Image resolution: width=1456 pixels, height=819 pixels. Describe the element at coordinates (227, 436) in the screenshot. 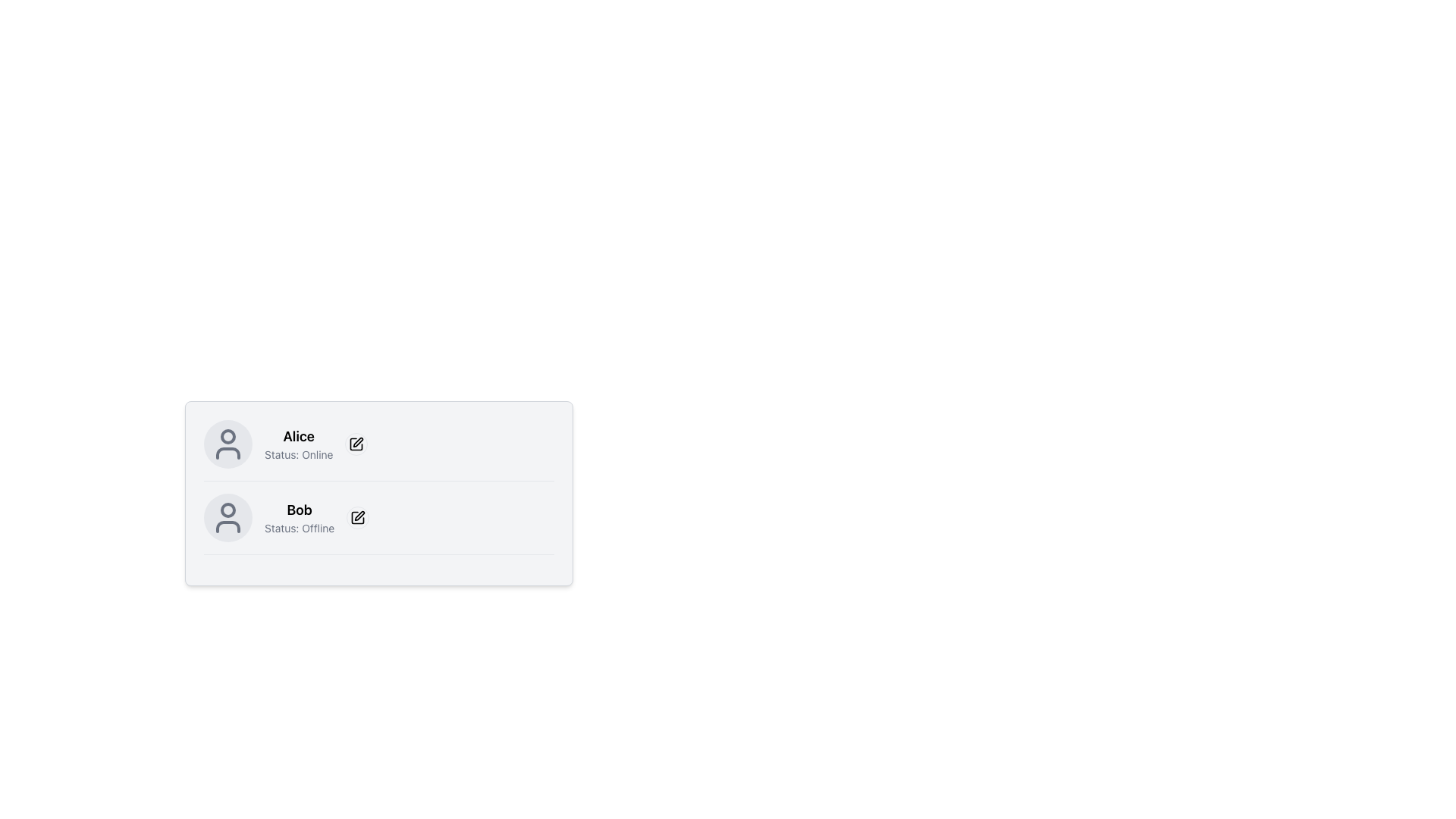

I see `the SVG circle graphic that indicates a specific state or serves a decorative purpose, located within the upper part of the user profile icon, the first item in the list of two user entries` at that location.